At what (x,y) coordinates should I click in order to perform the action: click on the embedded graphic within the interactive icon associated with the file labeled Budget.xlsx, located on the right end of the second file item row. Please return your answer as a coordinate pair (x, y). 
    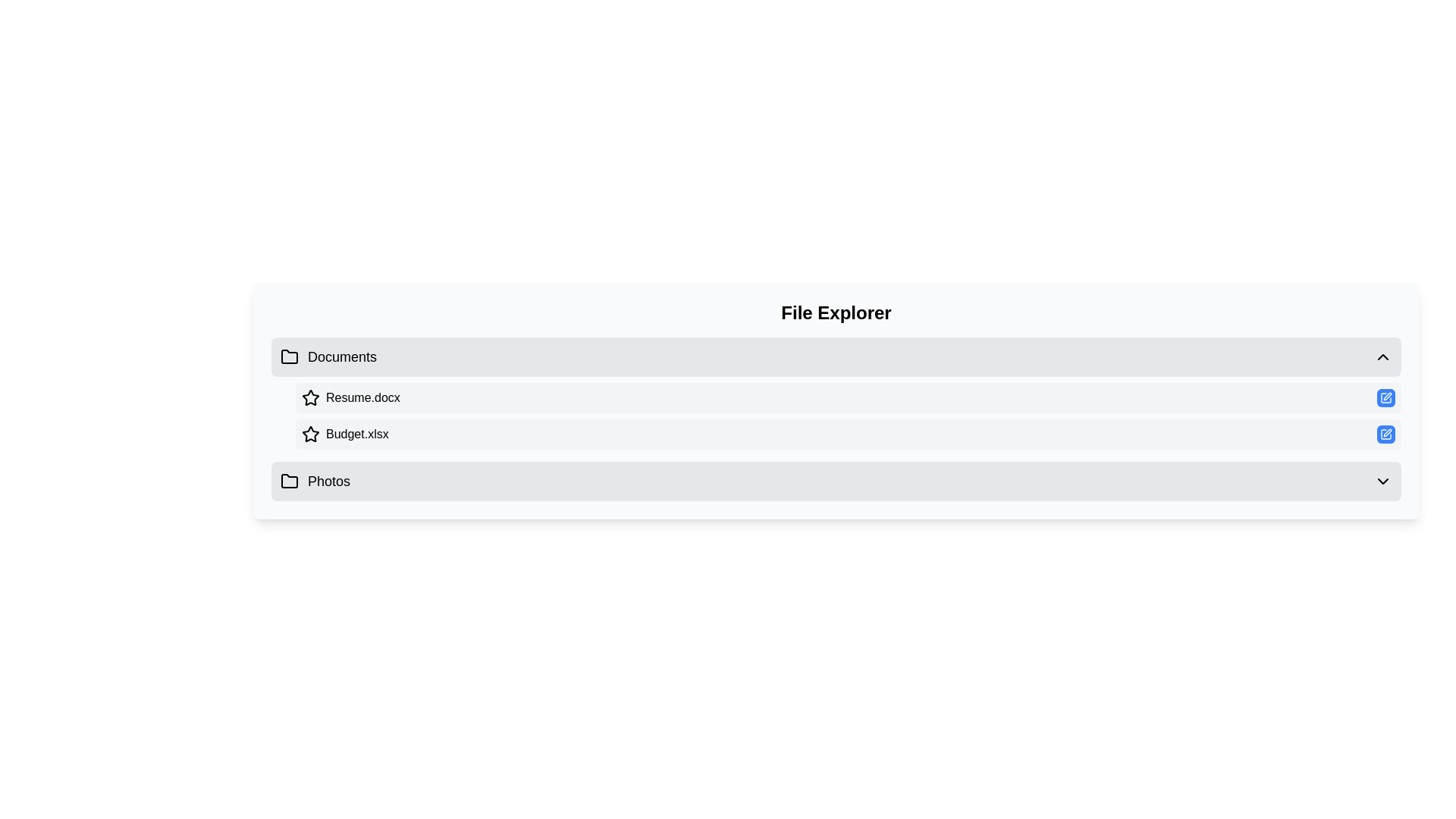
    Looking at the image, I should click on (1386, 435).